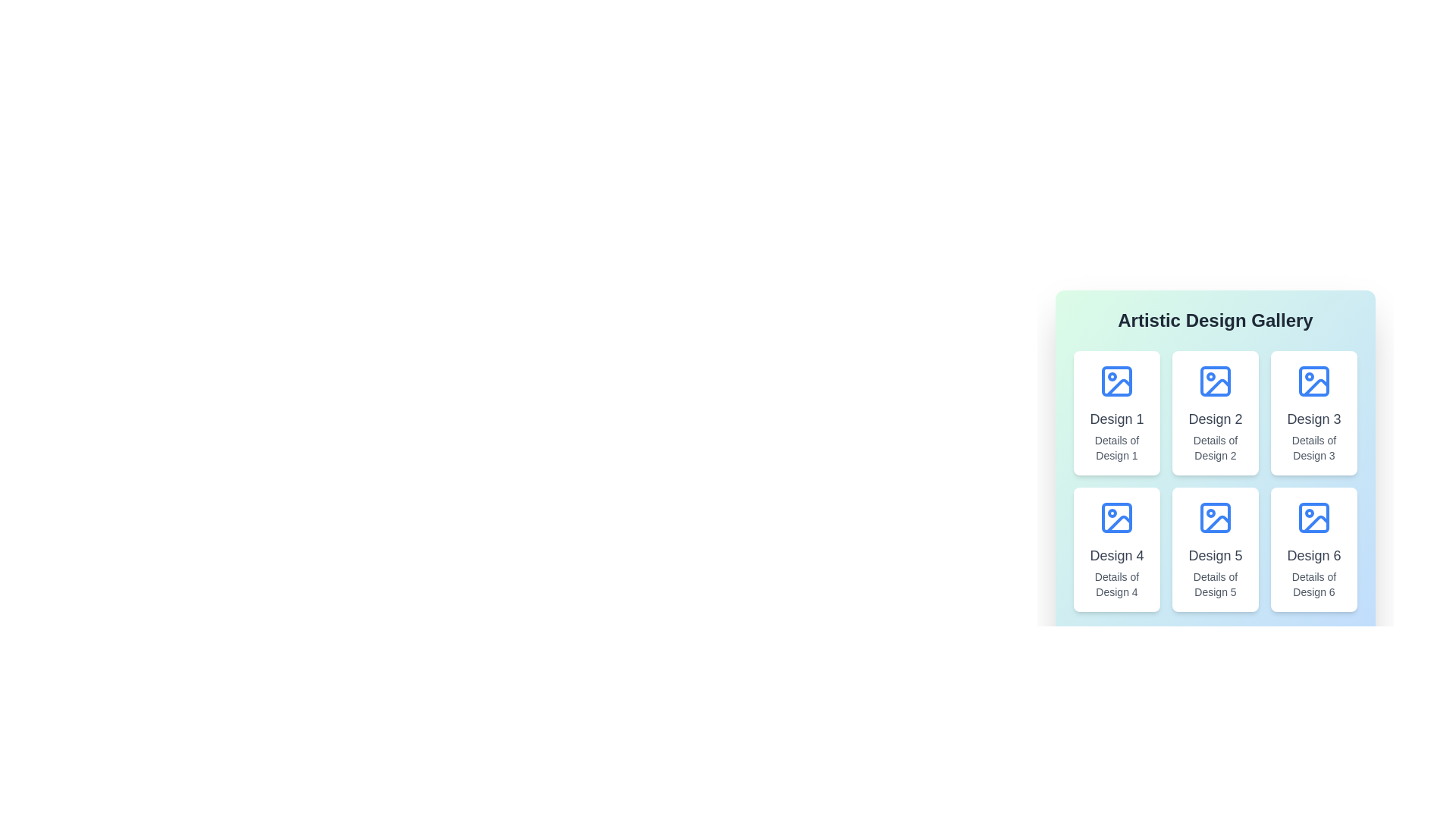  What do you see at coordinates (1313, 380) in the screenshot?
I see `the blue landscape image icon located in the upper right quadrant of the grid, specifically in the third column of the first row, above the text 'Design 3' and 'Details of Design 3'` at bounding box center [1313, 380].